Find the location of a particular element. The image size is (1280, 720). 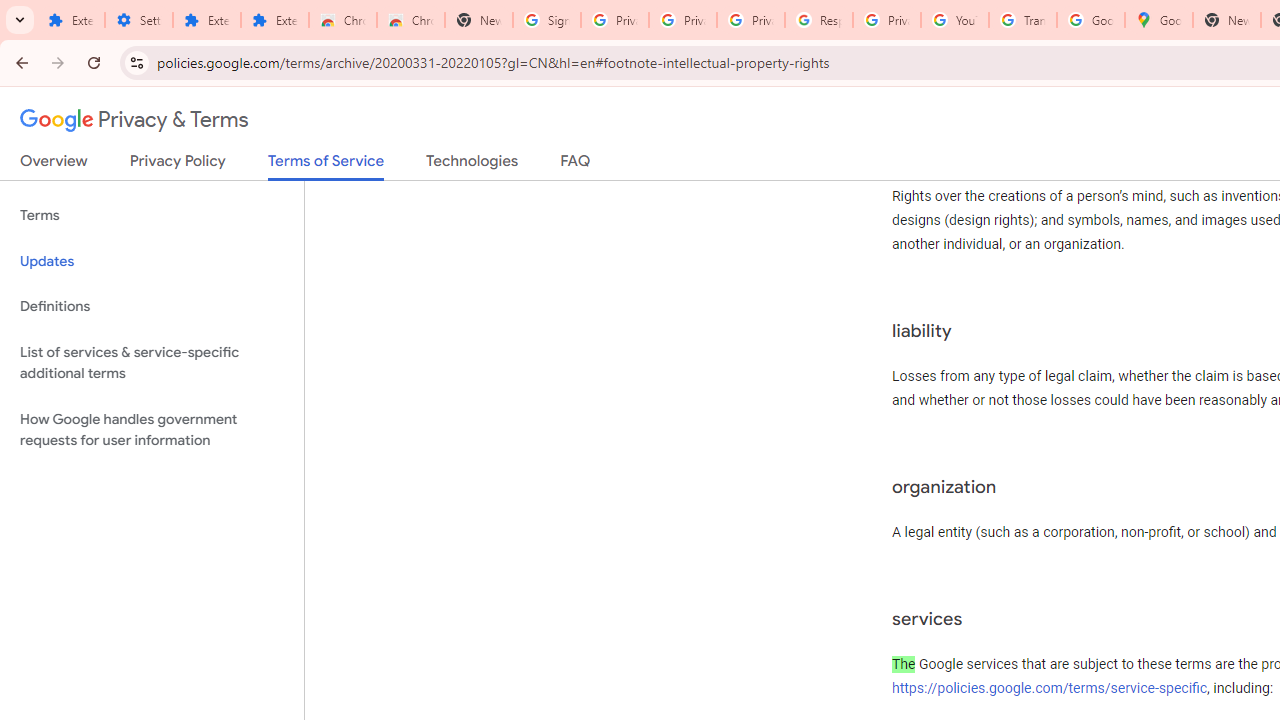

'Chrome Web Store' is located at coordinates (343, 20).